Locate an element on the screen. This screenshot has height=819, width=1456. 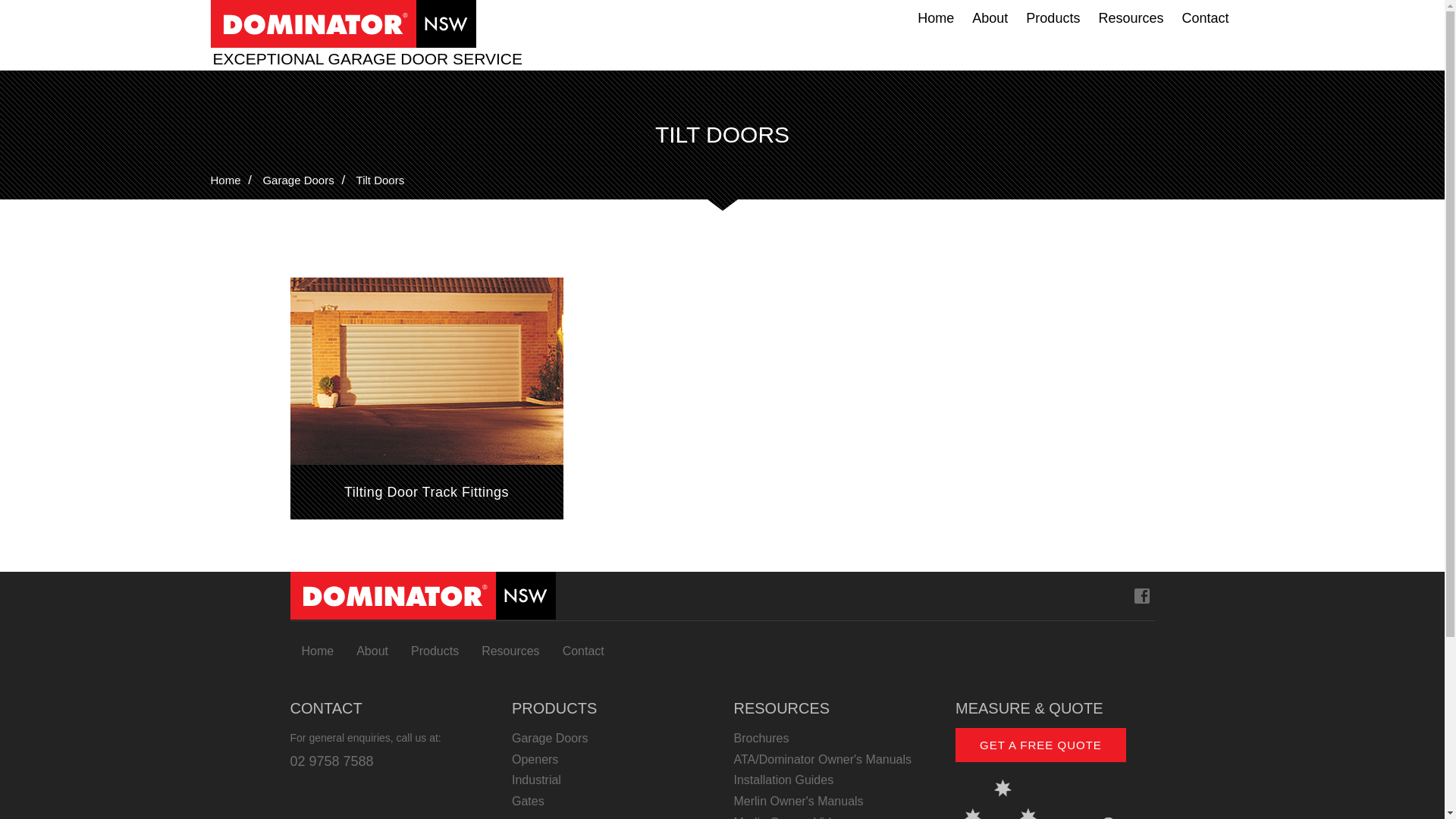
'Brochures' is located at coordinates (833, 738).